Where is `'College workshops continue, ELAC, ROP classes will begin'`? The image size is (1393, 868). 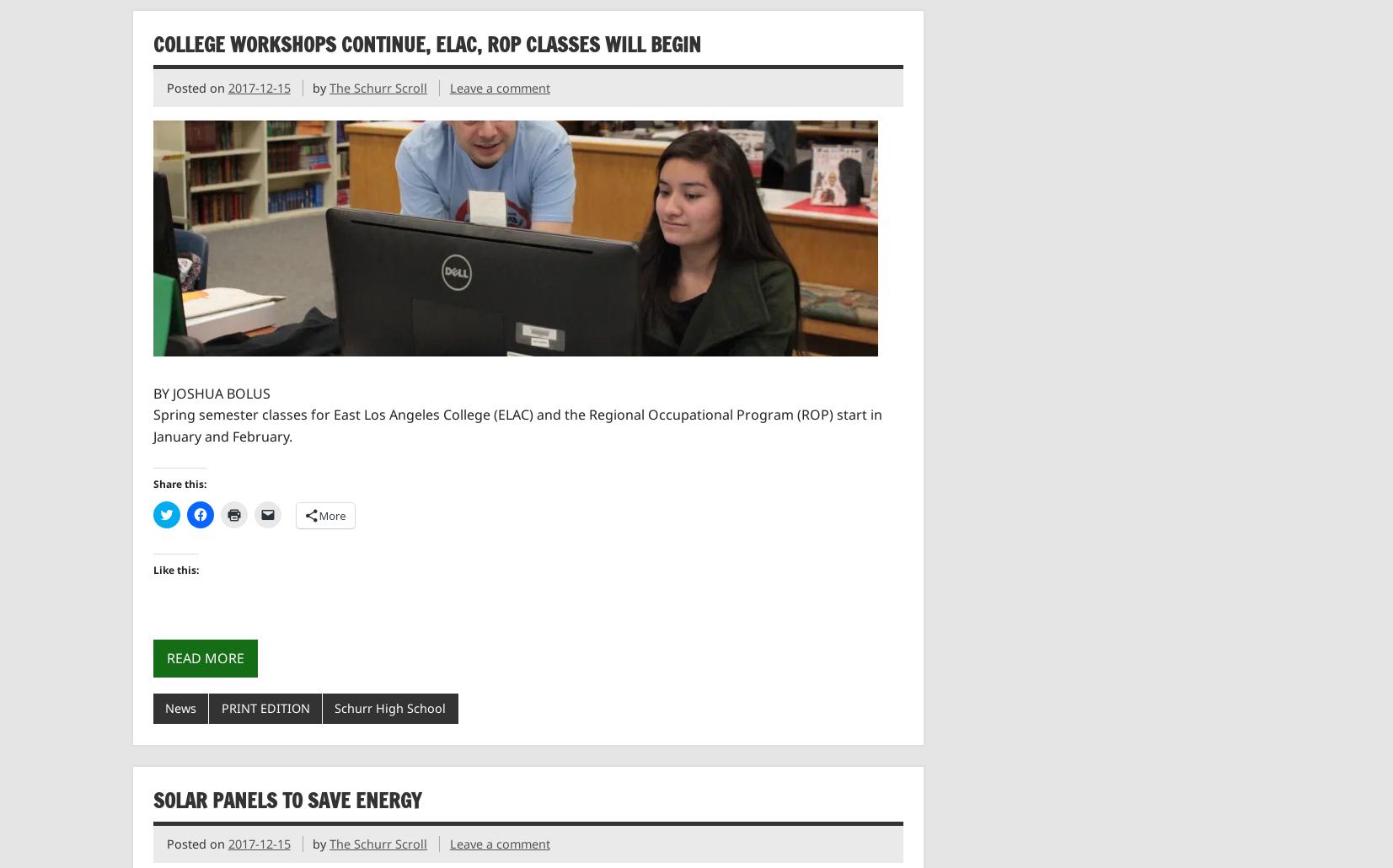
'College workshops continue, ELAC, ROP classes will begin' is located at coordinates (425, 44).